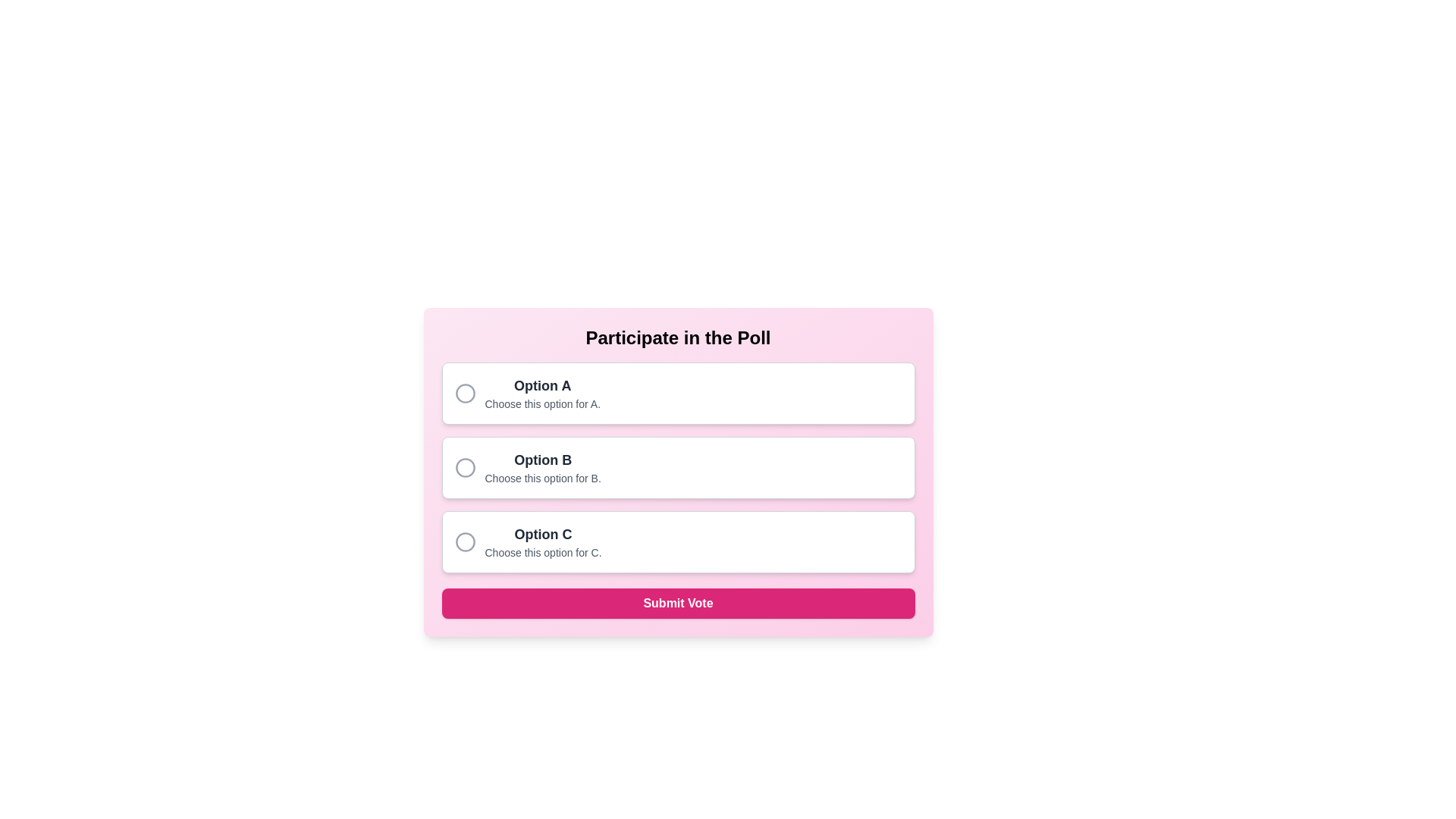  Describe the element at coordinates (543, 553) in the screenshot. I see `the descriptive text element located below the title 'Option C' in the vertical list of options` at that location.